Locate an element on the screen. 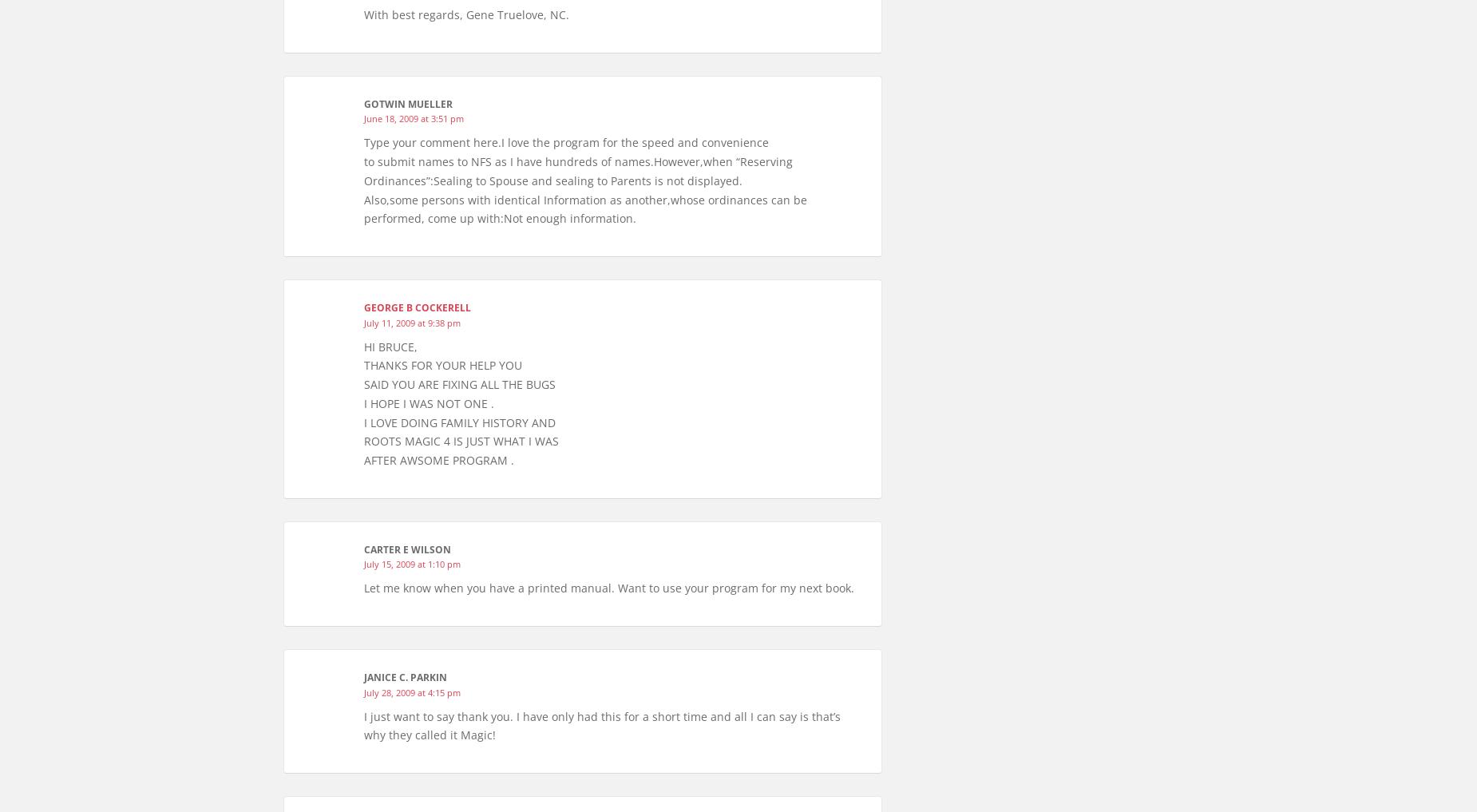 This screenshot has height=812, width=1477. 'July 11, 2009 at 9:38 pm' is located at coordinates (363, 322).